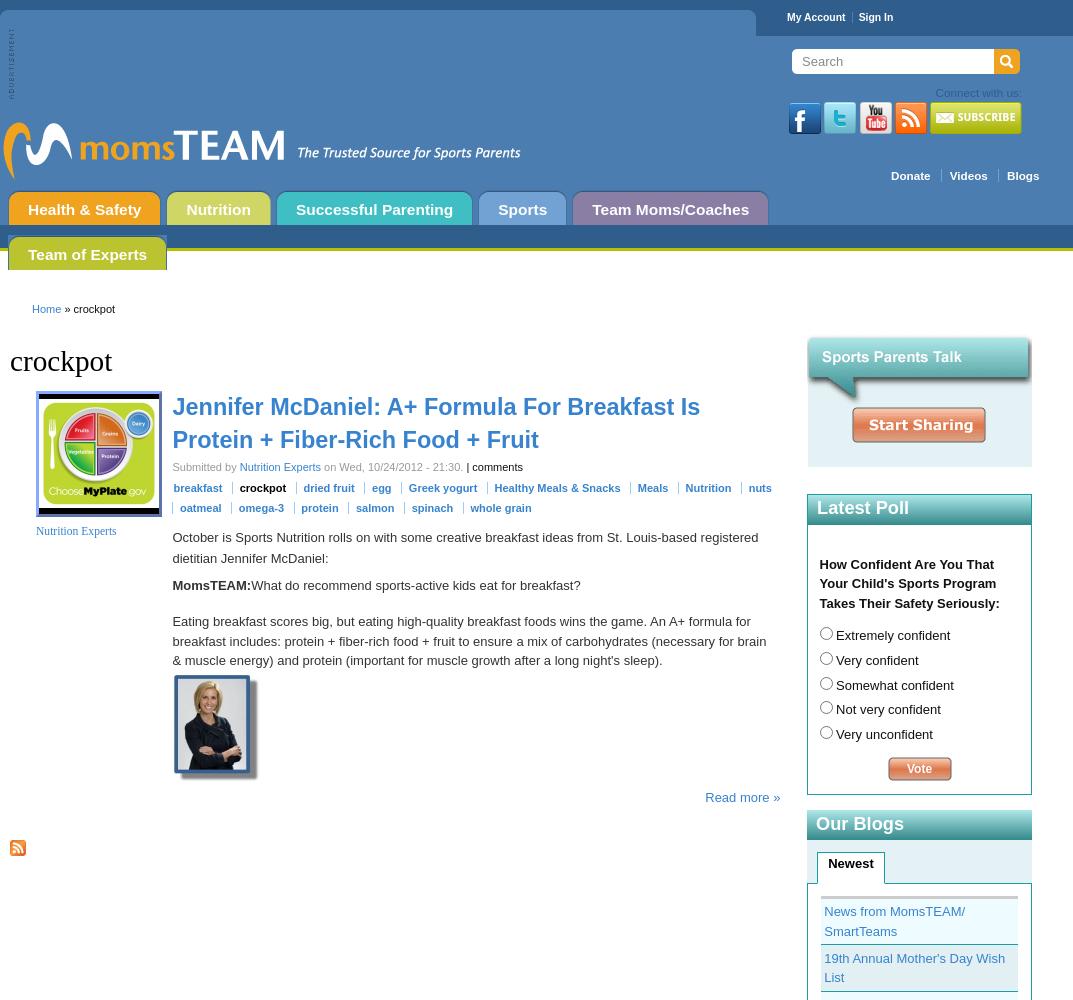  What do you see at coordinates (390, 466) in the screenshot?
I see `'on Wed, 10/24/2012 - 21:30.'` at bounding box center [390, 466].